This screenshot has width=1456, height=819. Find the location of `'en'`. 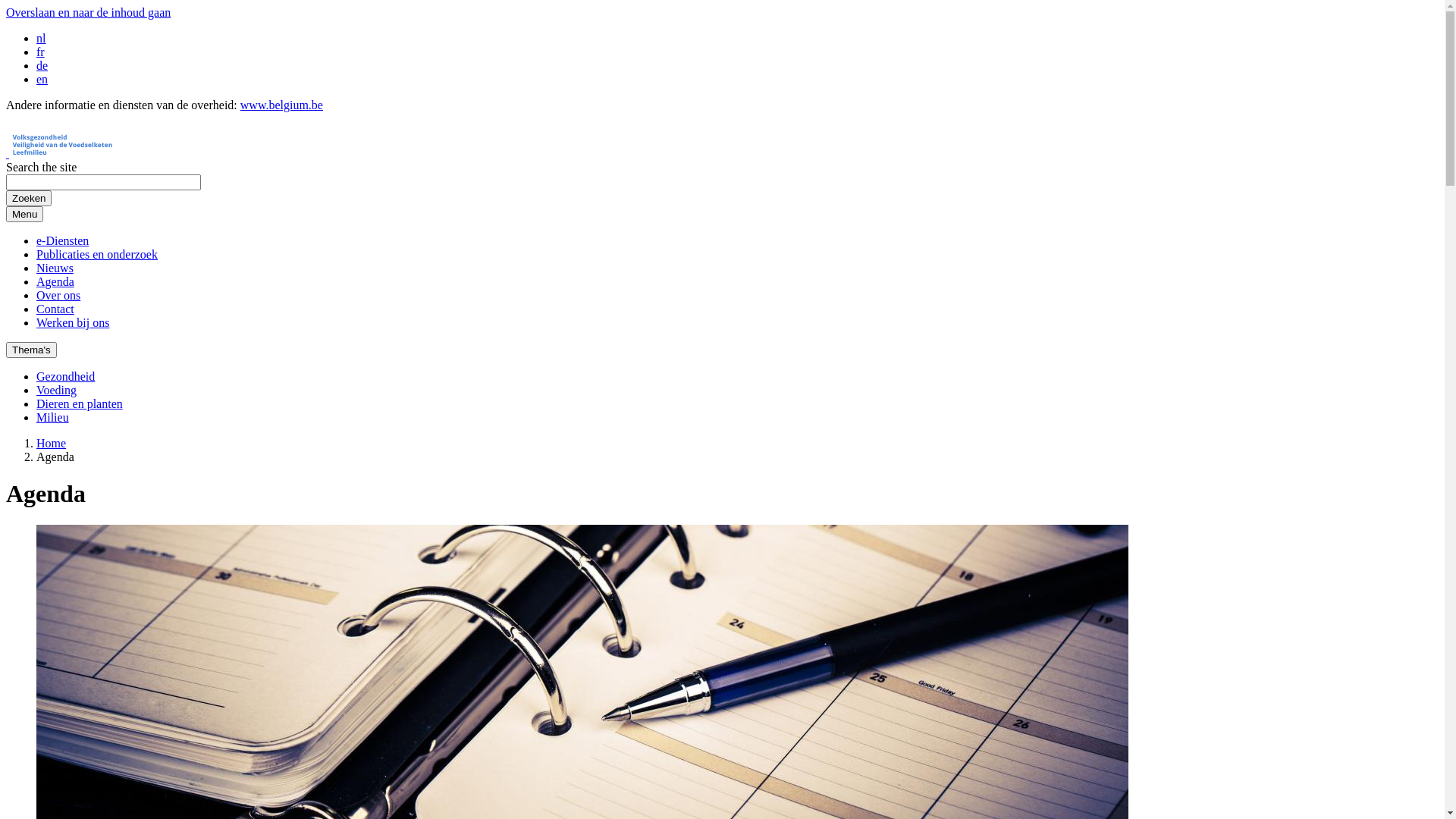

'en' is located at coordinates (42, 79).